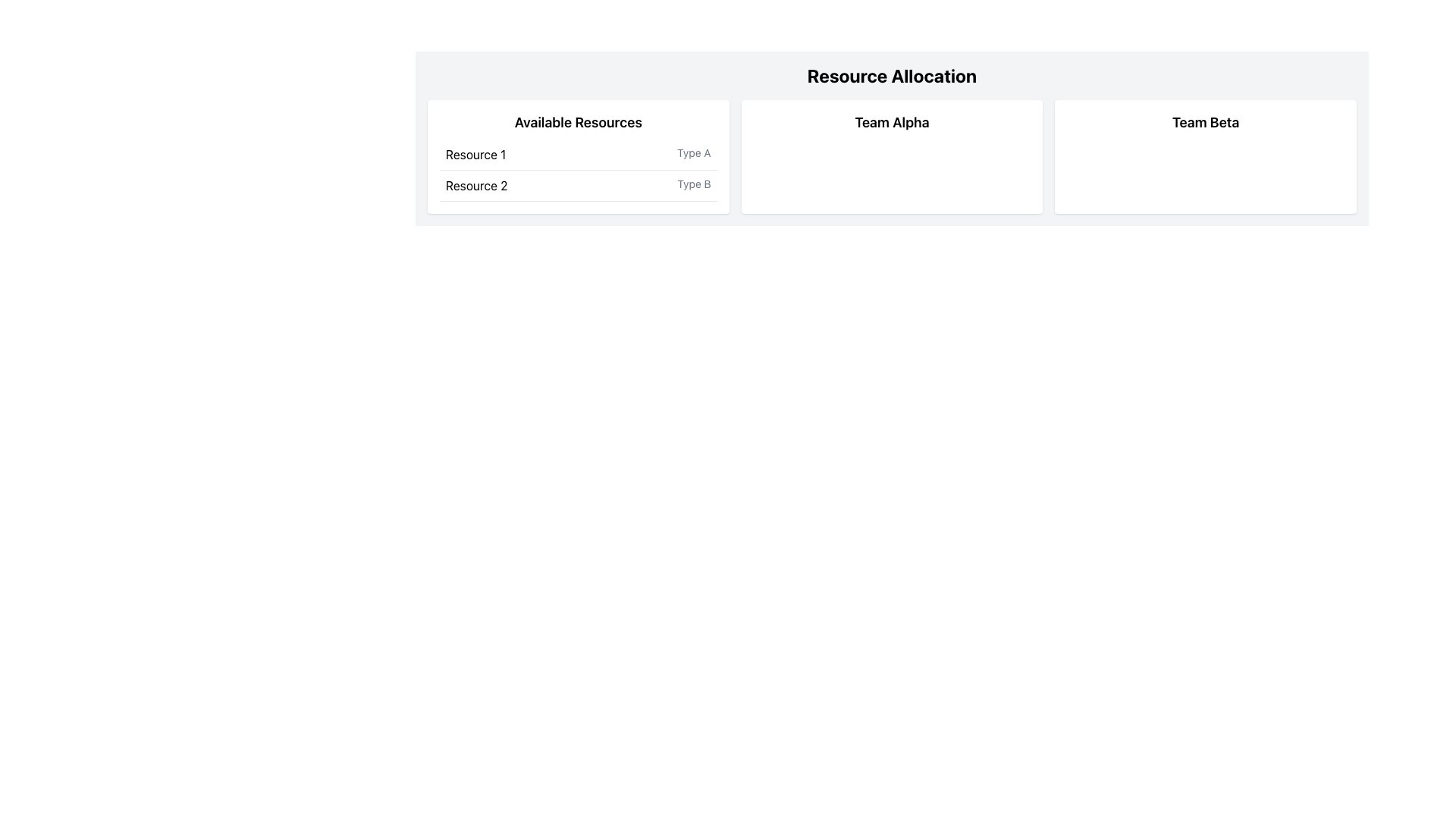 The width and height of the screenshot is (1456, 819). Describe the element at coordinates (475, 155) in the screenshot. I see `the 'Resource 1' text label in the 'Available Resources' list` at that location.